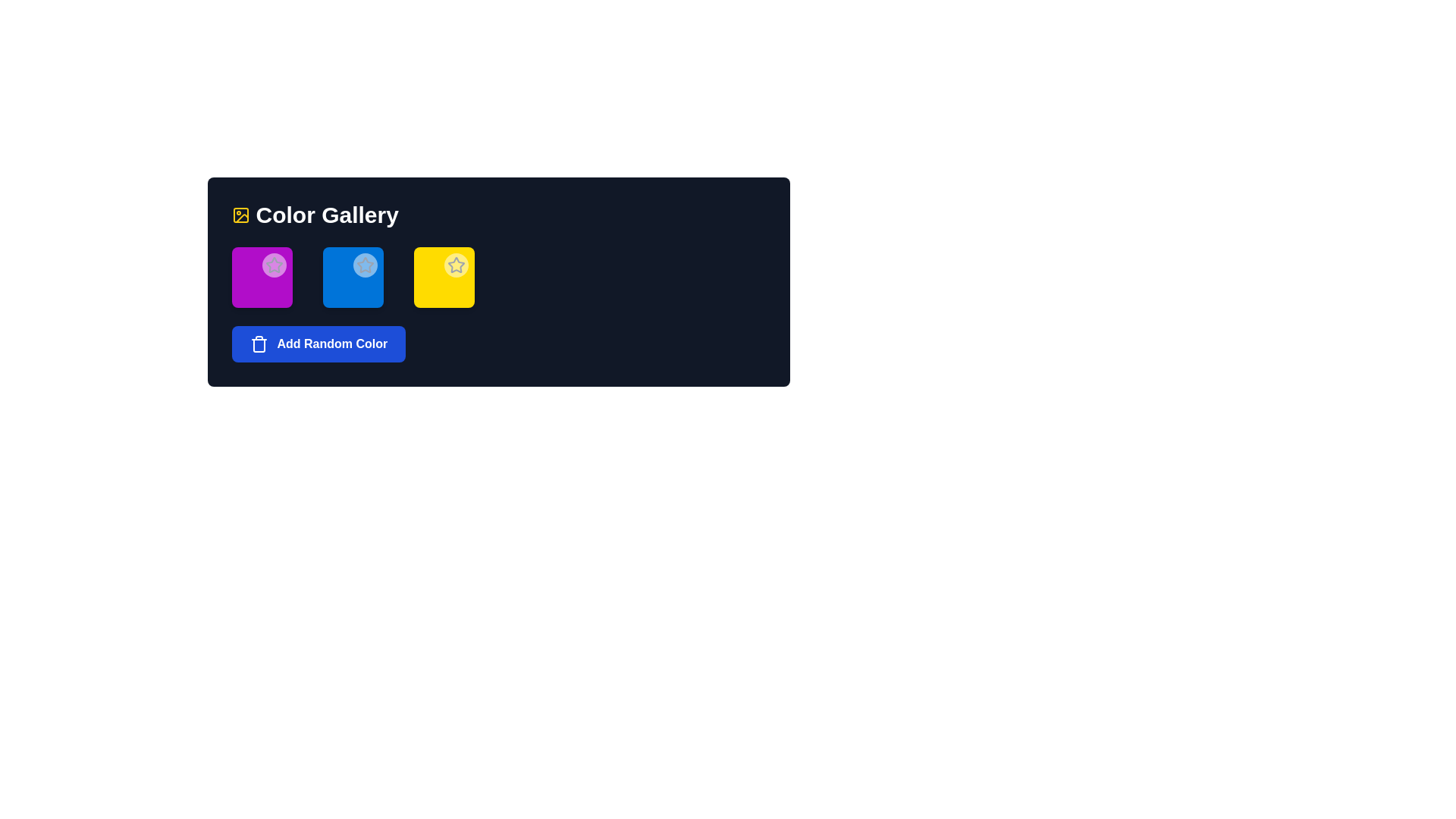  Describe the element at coordinates (240, 215) in the screenshot. I see `the central SVG rectangle that serves as a graphical icon component in the top-left corner of the primary content box` at that location.